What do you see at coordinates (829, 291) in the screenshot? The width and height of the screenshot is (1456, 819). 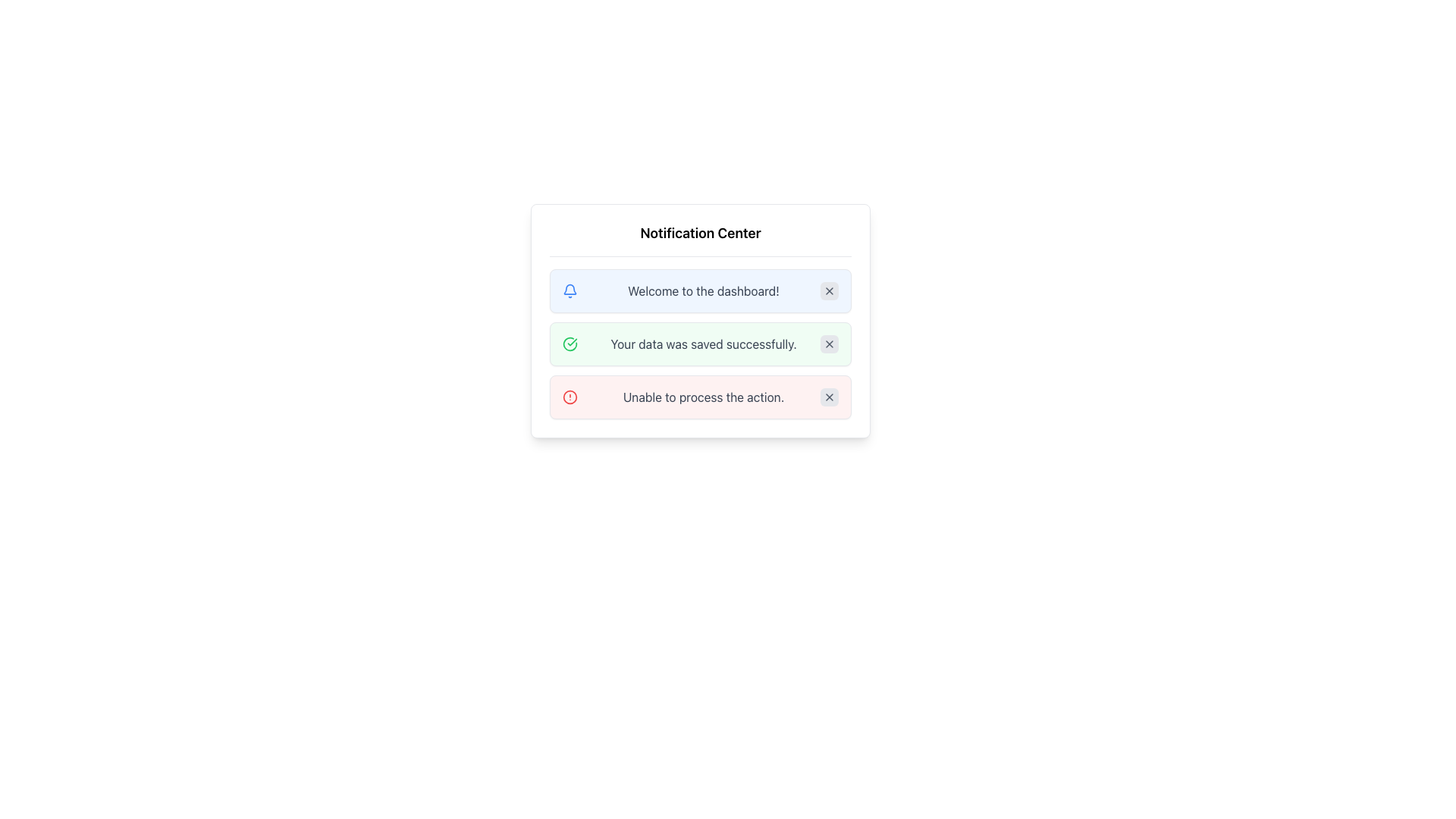 I see `the small, square button with a light gray background and a dark gray 'X' icon, located at the top-right corner of the first notification entry that displays 'Welcome to the dashboard!'` at bounding box center [829, 291].